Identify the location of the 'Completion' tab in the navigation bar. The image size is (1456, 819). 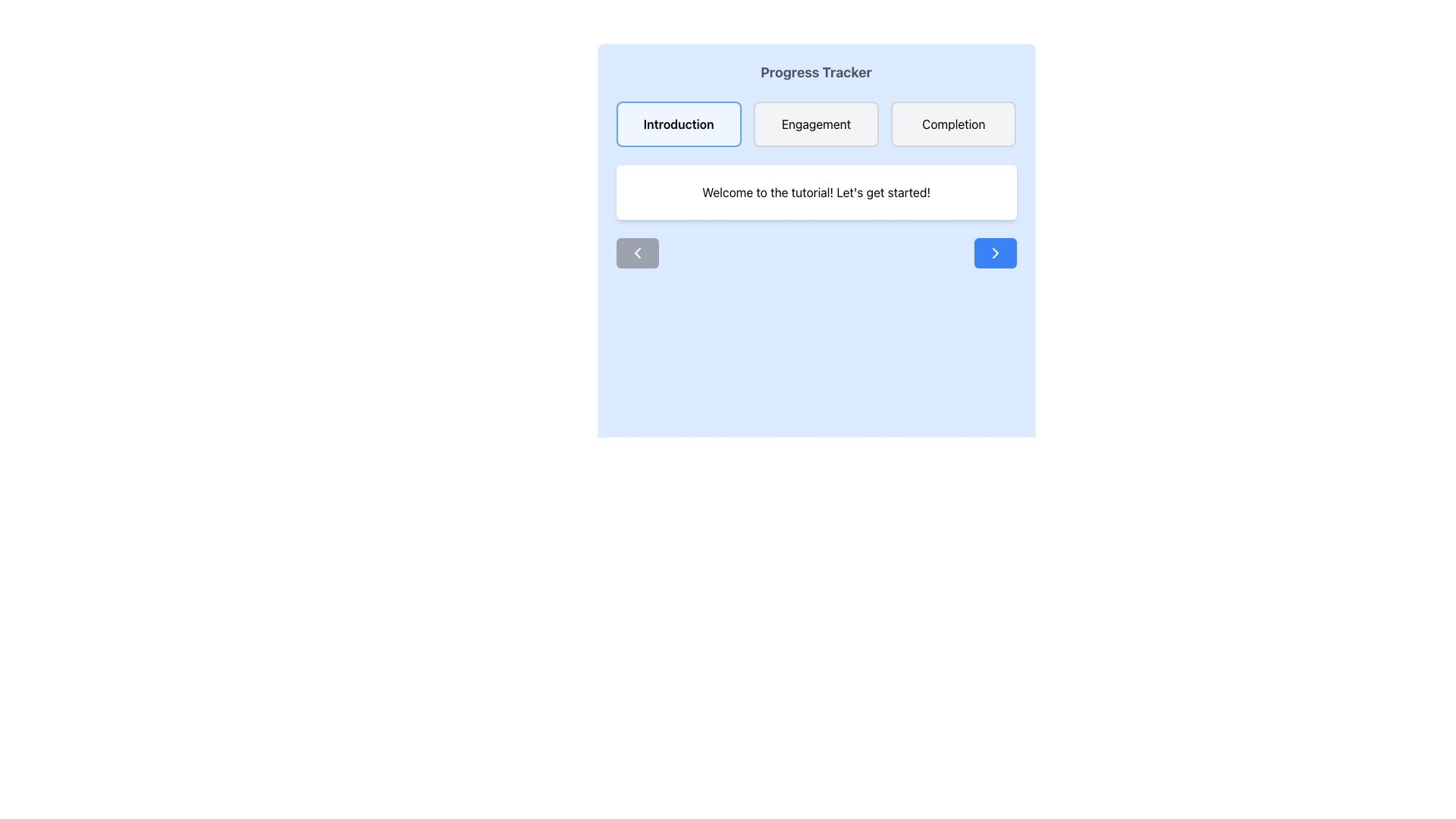
(952, 124).